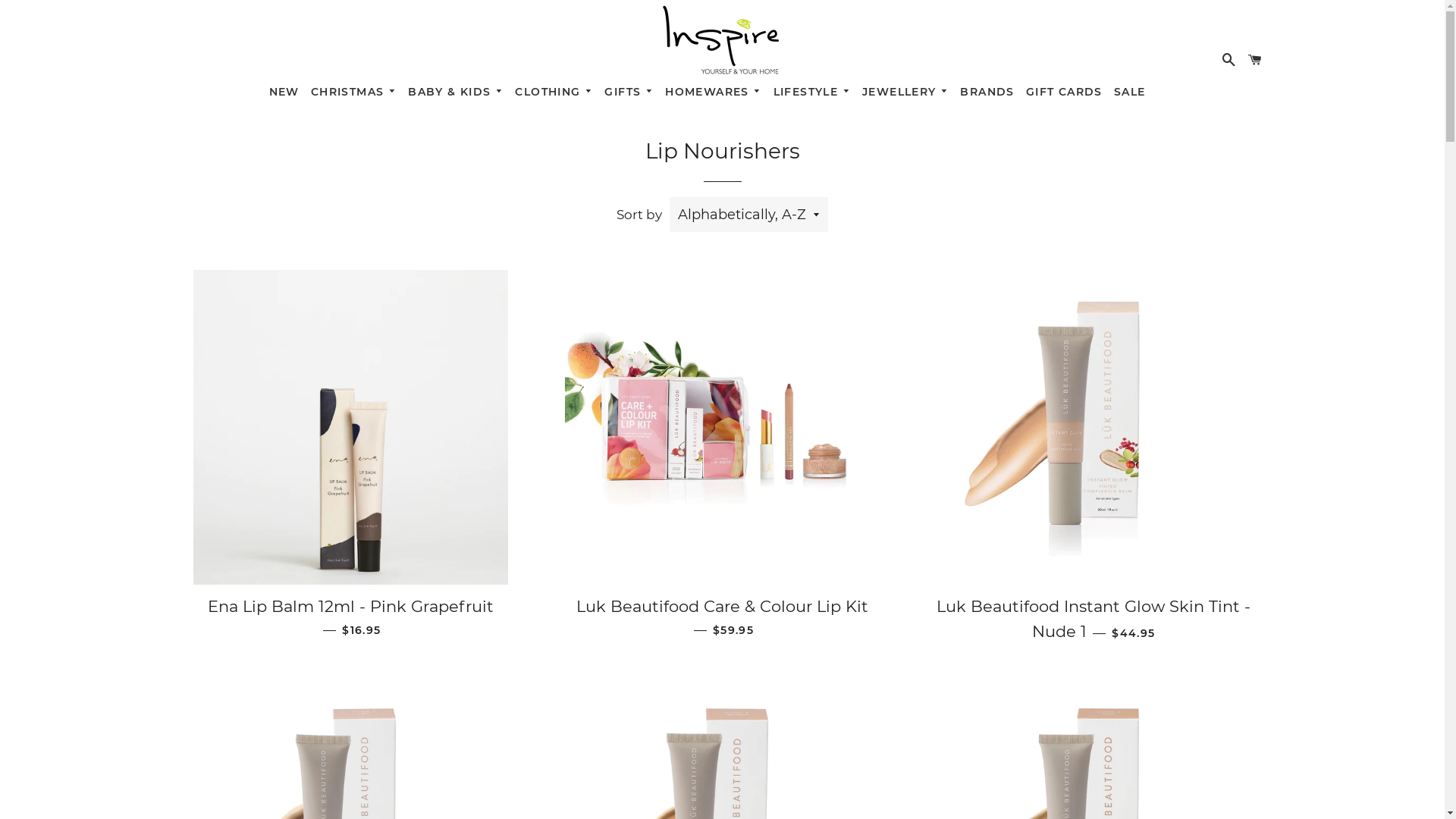 The image size is (1456, 819). Describe the element at coordinates (811, 89) in the screenshot. I see `'LIFESTYLE'` at that location.